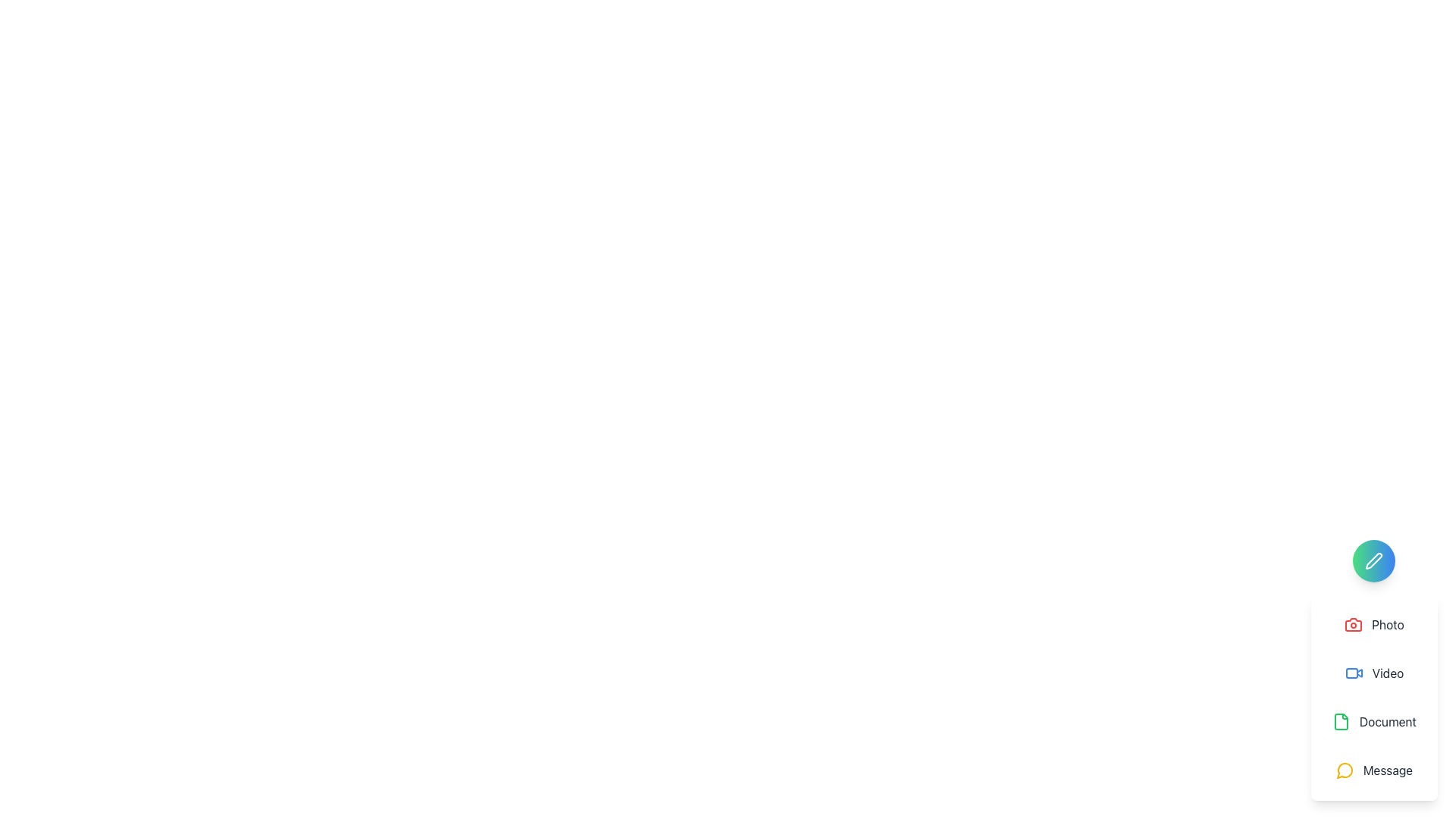  Describe the element at coordinates (1345, 770) in the screenshot. I see `the 'Message' SVG icon located at the bottom right of the vertical menu` at that location.